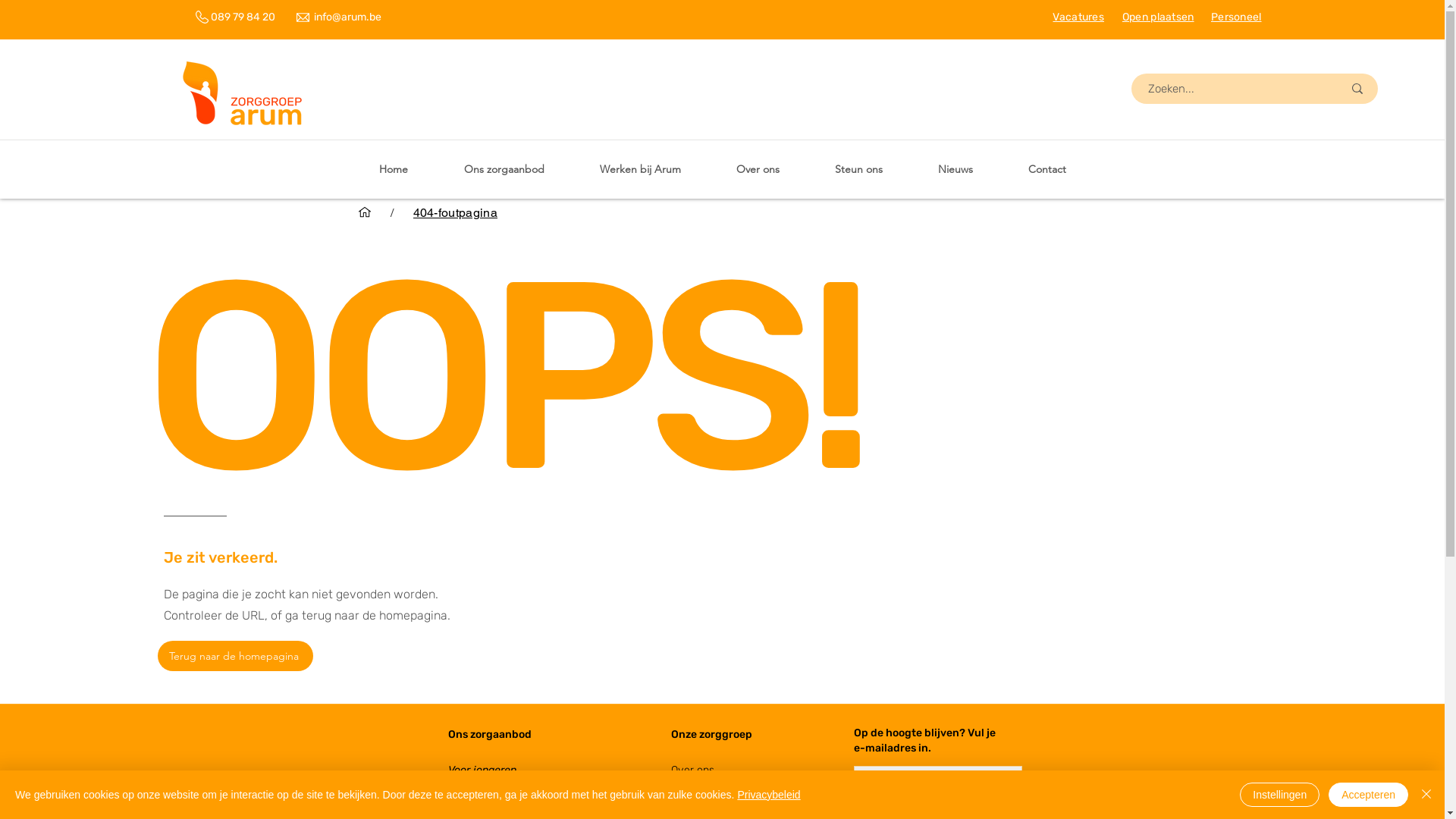 The width and height of the screenshot is (1456, 819). Describe the element at coordinates (463, 786) in the screenshot. I see `'Verblijf'` at that location.